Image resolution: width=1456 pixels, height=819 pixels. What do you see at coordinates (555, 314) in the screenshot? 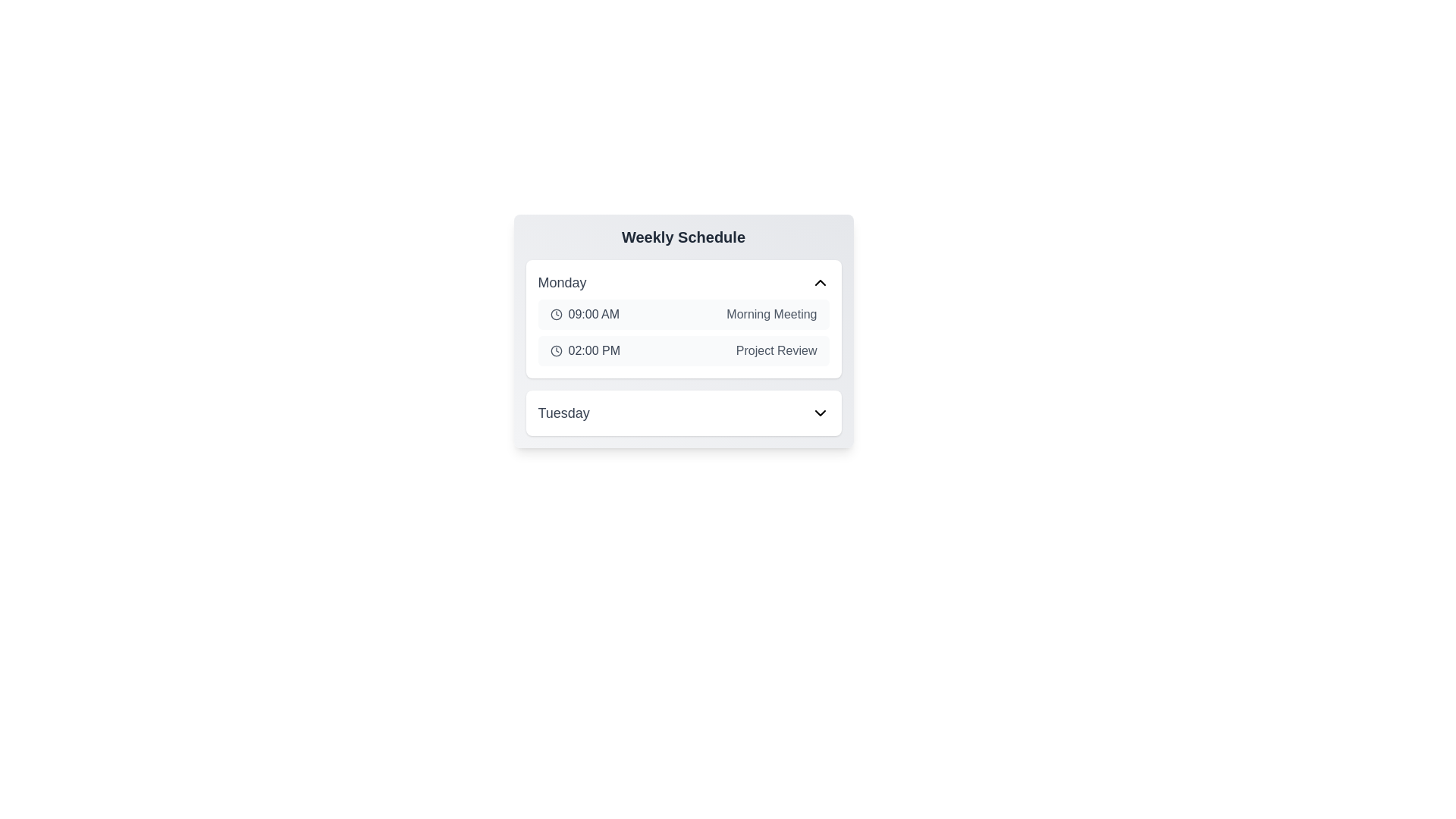
I see `the circular graphic element that is part of the clock icon located under the 'Monday' header in the 'Weekly Schedule' interface, adjacent to the time label '02:00 PM'` at bounding box center [555, 314].